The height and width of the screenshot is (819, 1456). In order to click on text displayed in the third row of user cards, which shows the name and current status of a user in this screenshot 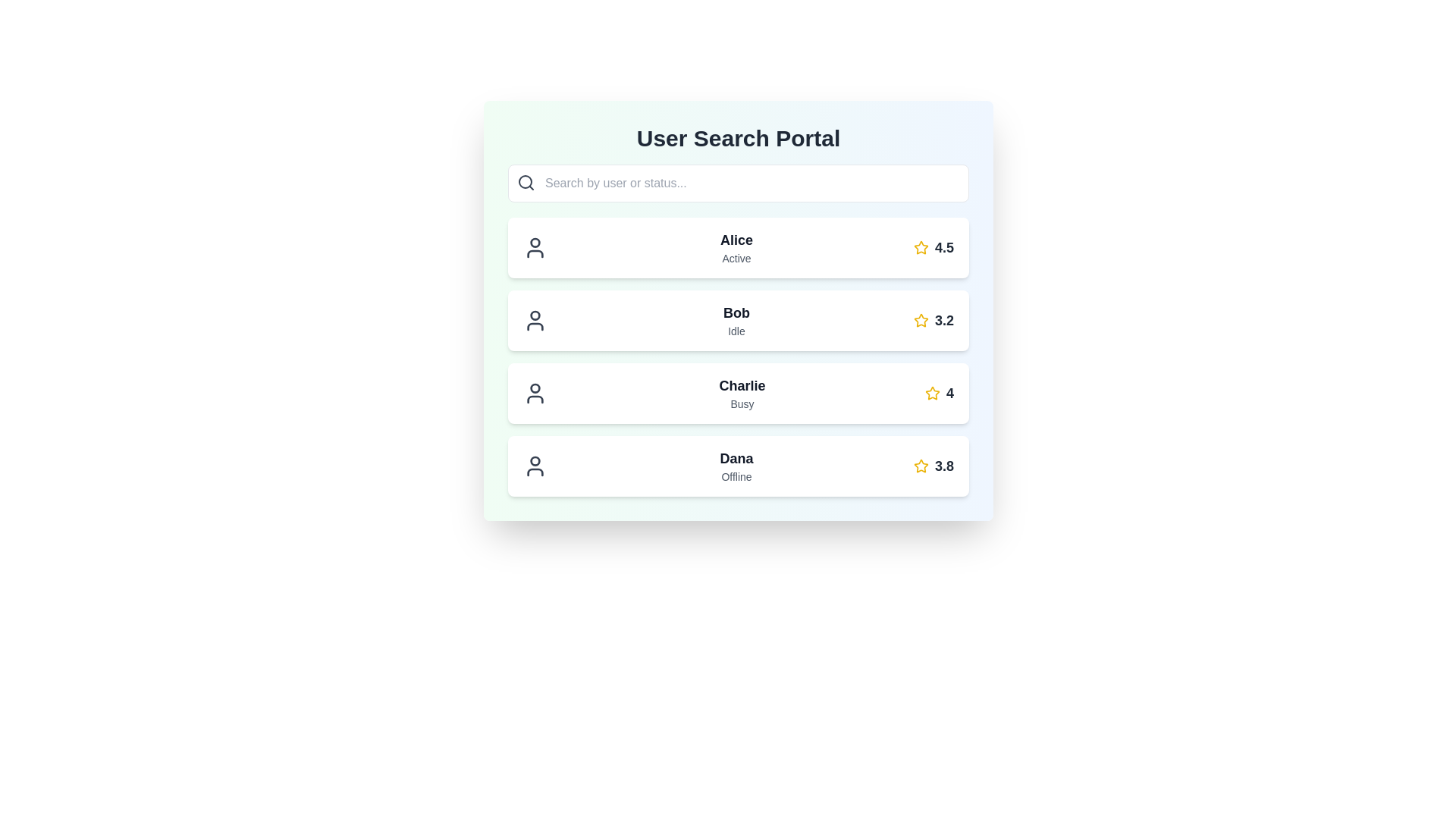, I will do `click(742, 393)`.